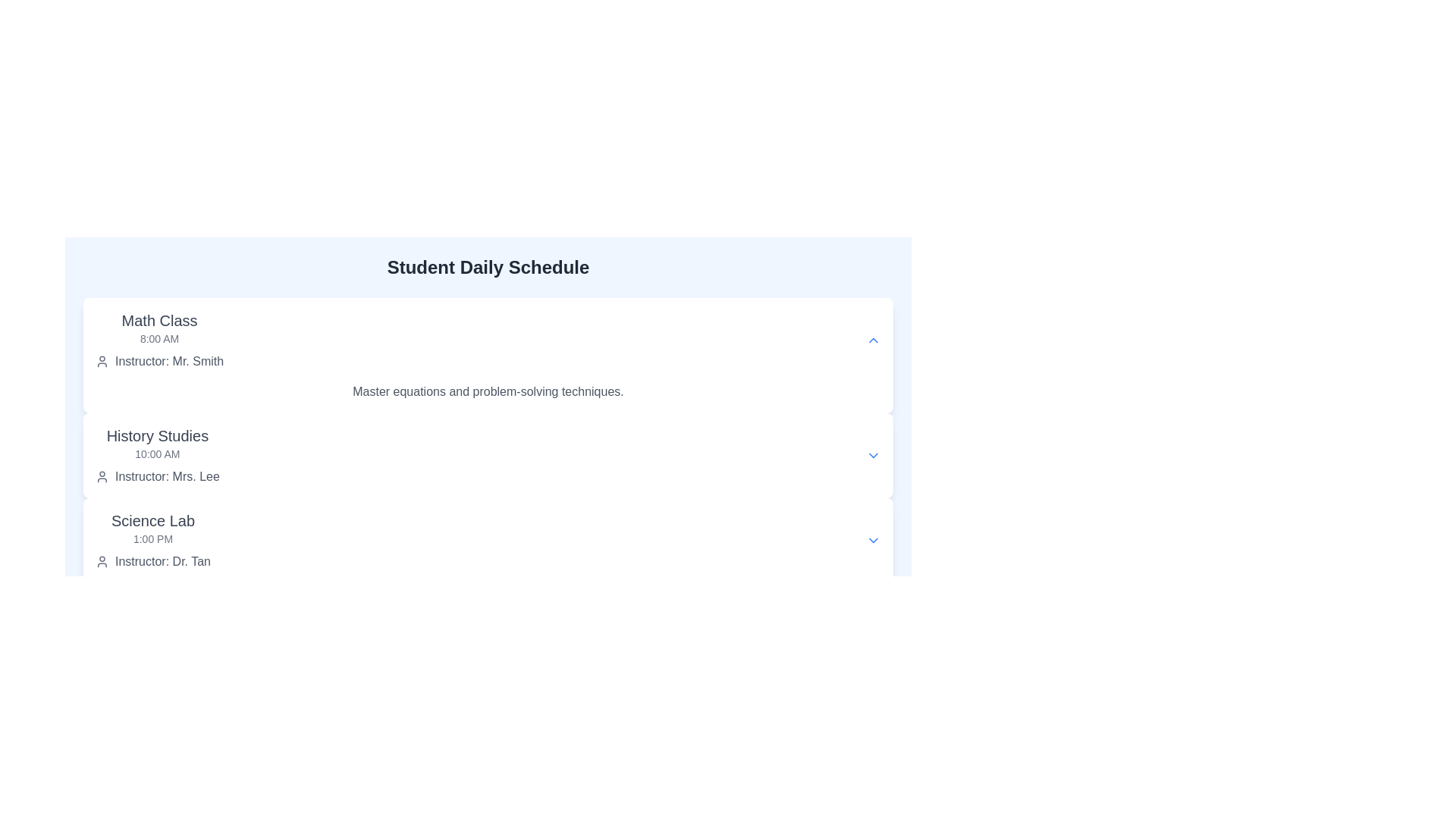 The height and width of the screenshot is (819, 1456). What do you see at coordinates (874, 339) in the screenshot?
I see `the collapse button of the 'Math Class' section` at bounding box center [874, 339].